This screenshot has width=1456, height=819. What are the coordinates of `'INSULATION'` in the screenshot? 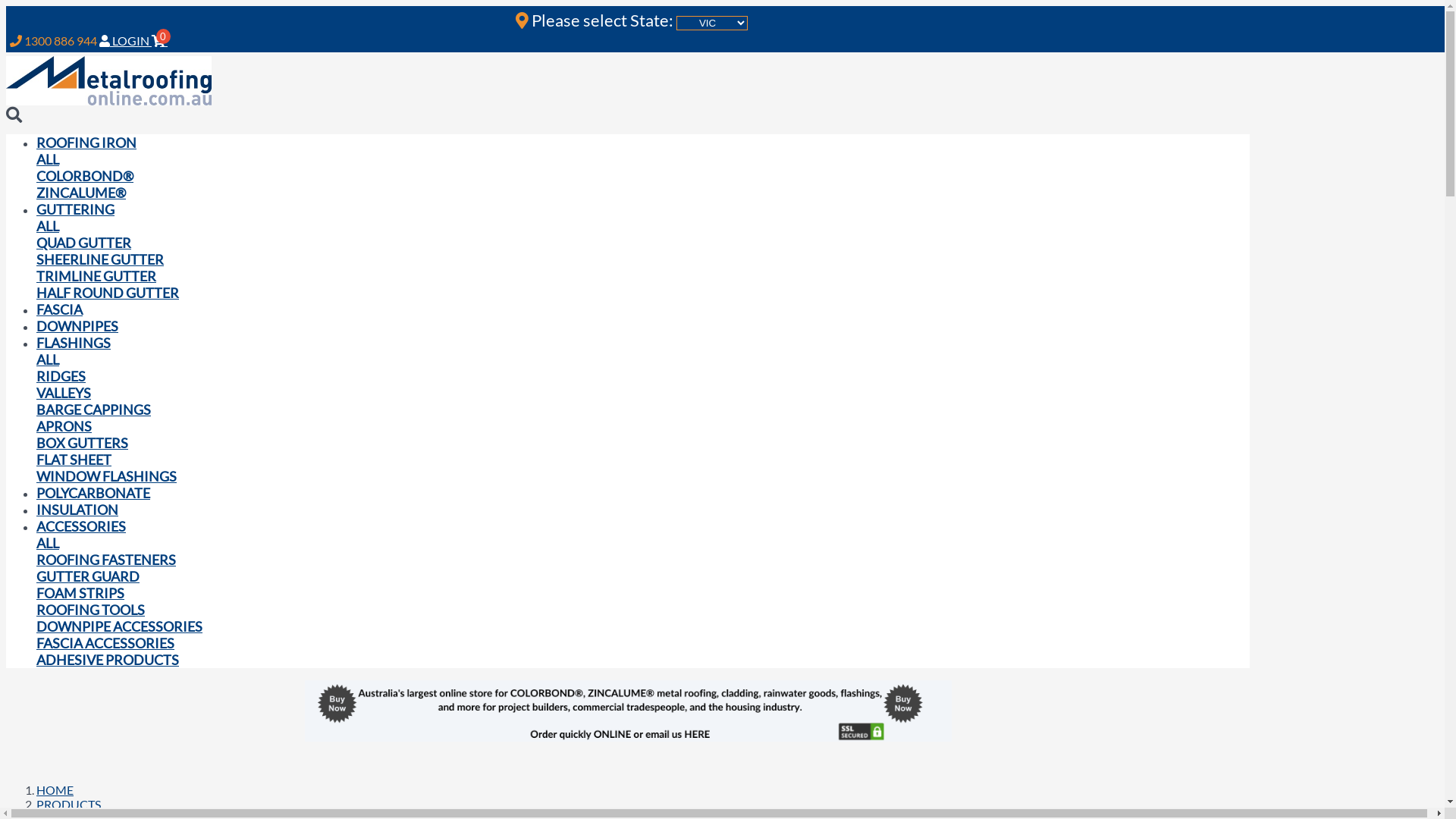 It's located at (76, 509).